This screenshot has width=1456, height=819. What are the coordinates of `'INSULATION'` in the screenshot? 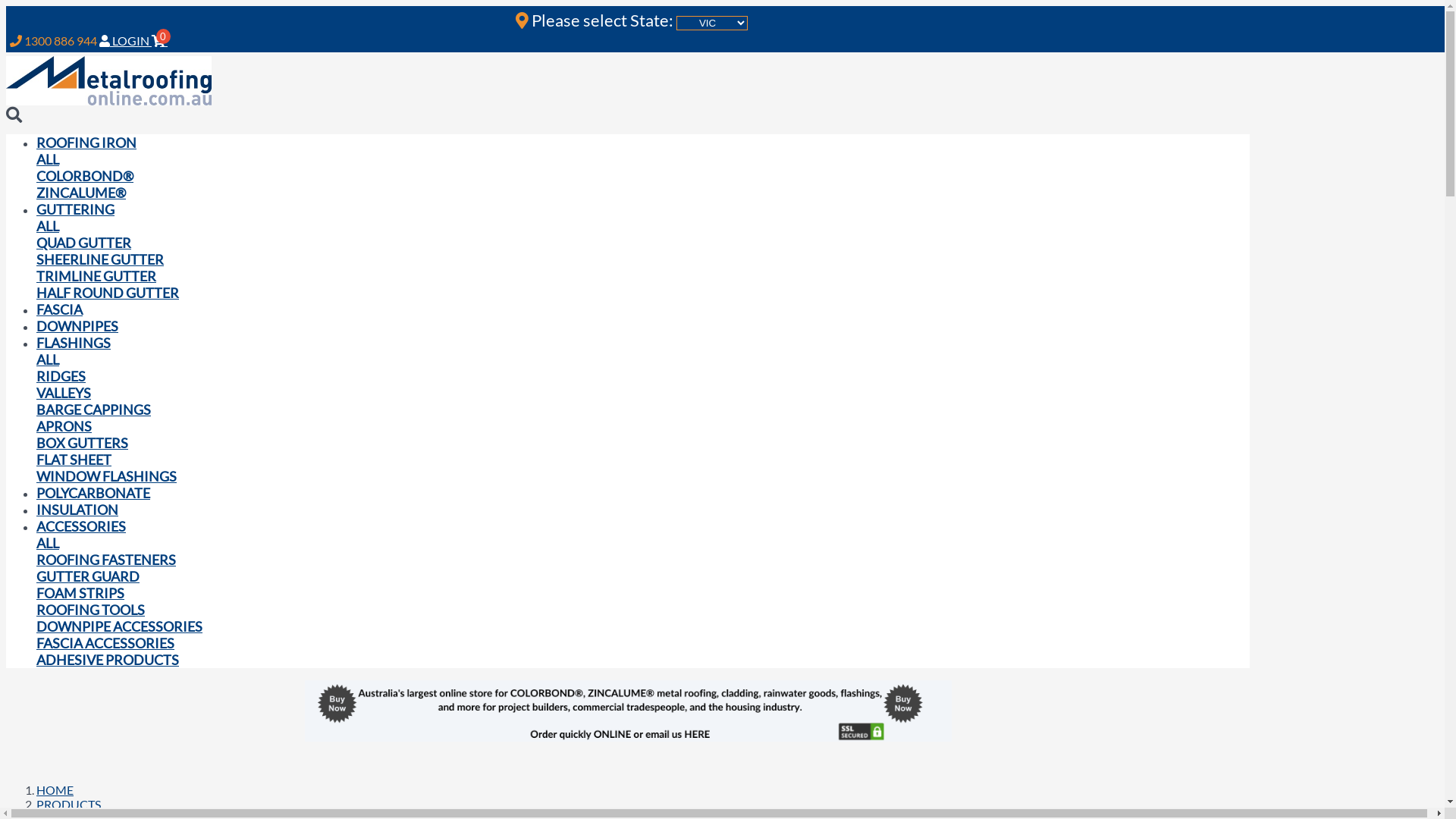 It's located at (76, 509).